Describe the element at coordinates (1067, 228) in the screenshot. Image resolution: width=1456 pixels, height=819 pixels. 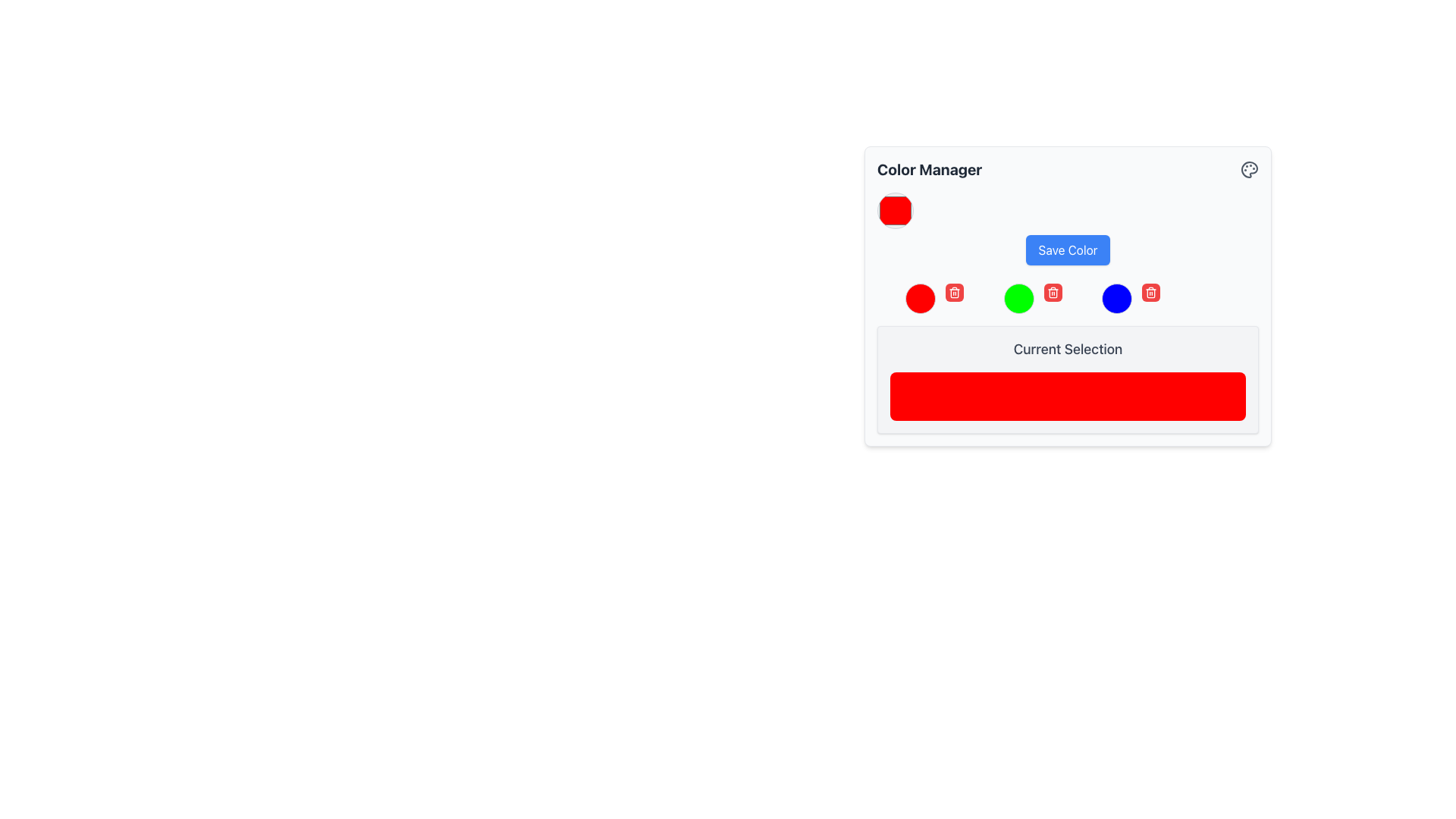
I see `the button to finalize and save the color selection` at that location.